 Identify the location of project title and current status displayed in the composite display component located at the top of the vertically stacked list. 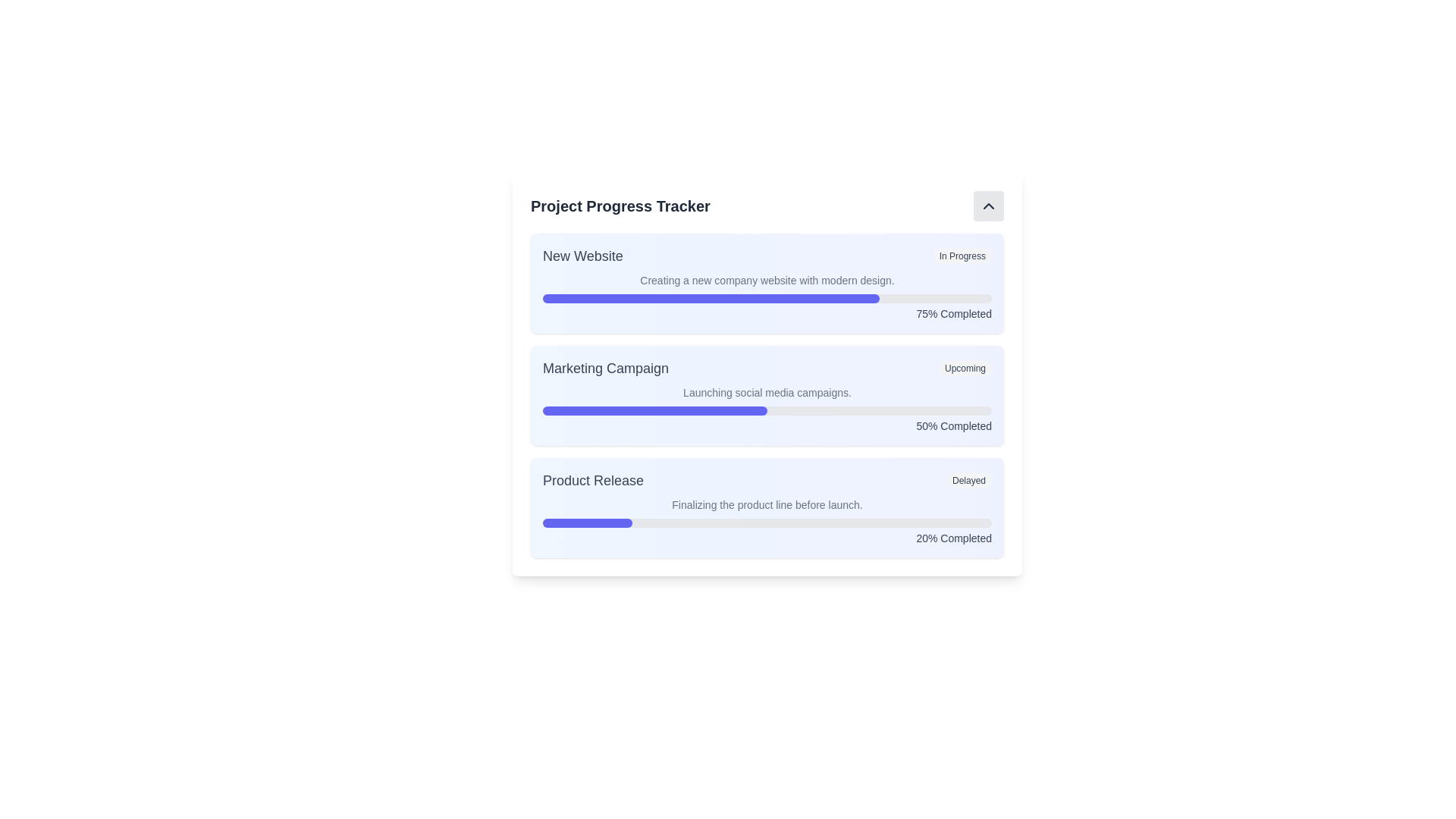
(767, 256).